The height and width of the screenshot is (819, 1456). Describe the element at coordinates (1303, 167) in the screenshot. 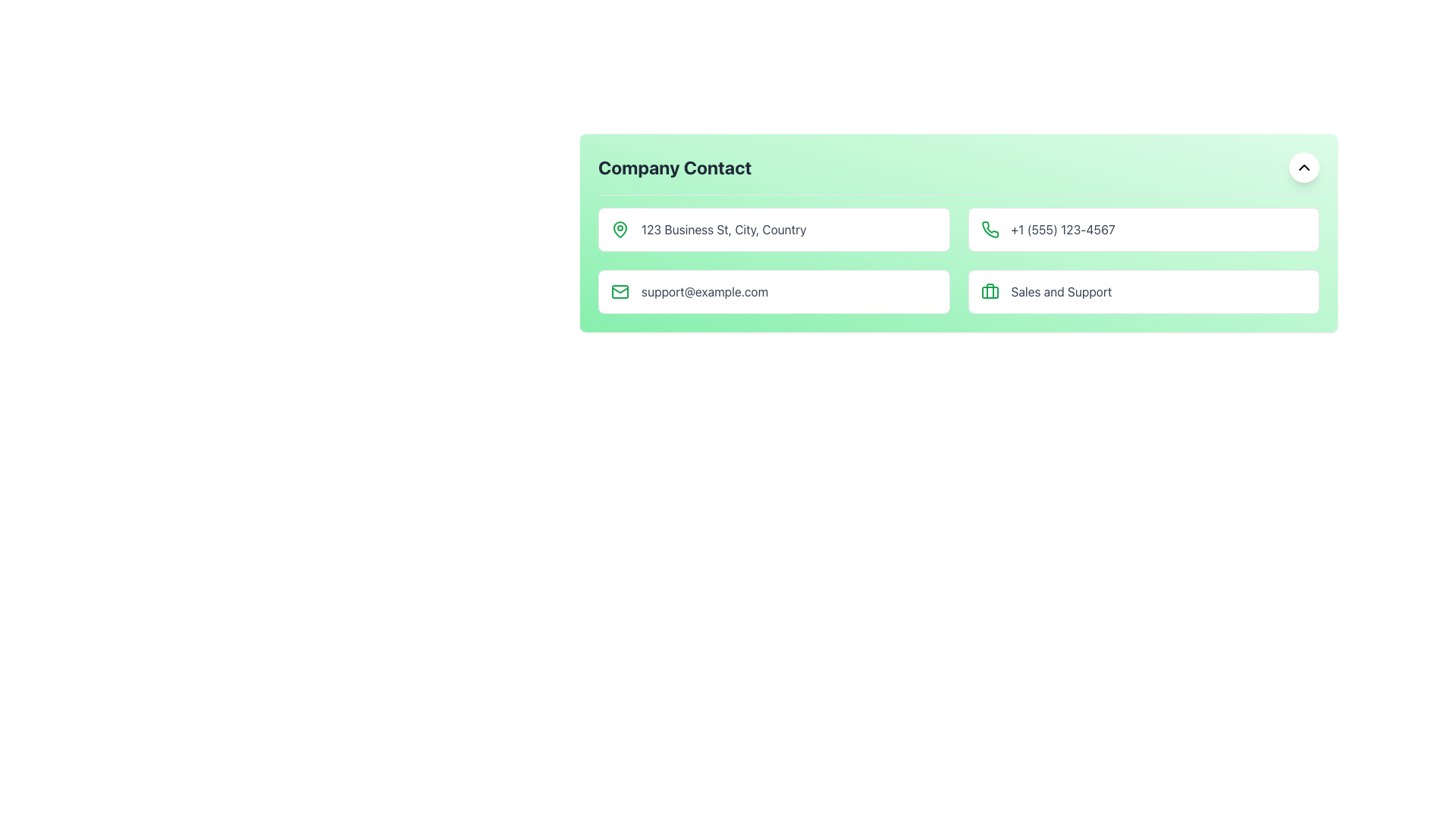

I see `on the downward-pointing chevron icon, which is outlined in black and located within a white circular background at the top-right corner of the green contact card interface` at that location.